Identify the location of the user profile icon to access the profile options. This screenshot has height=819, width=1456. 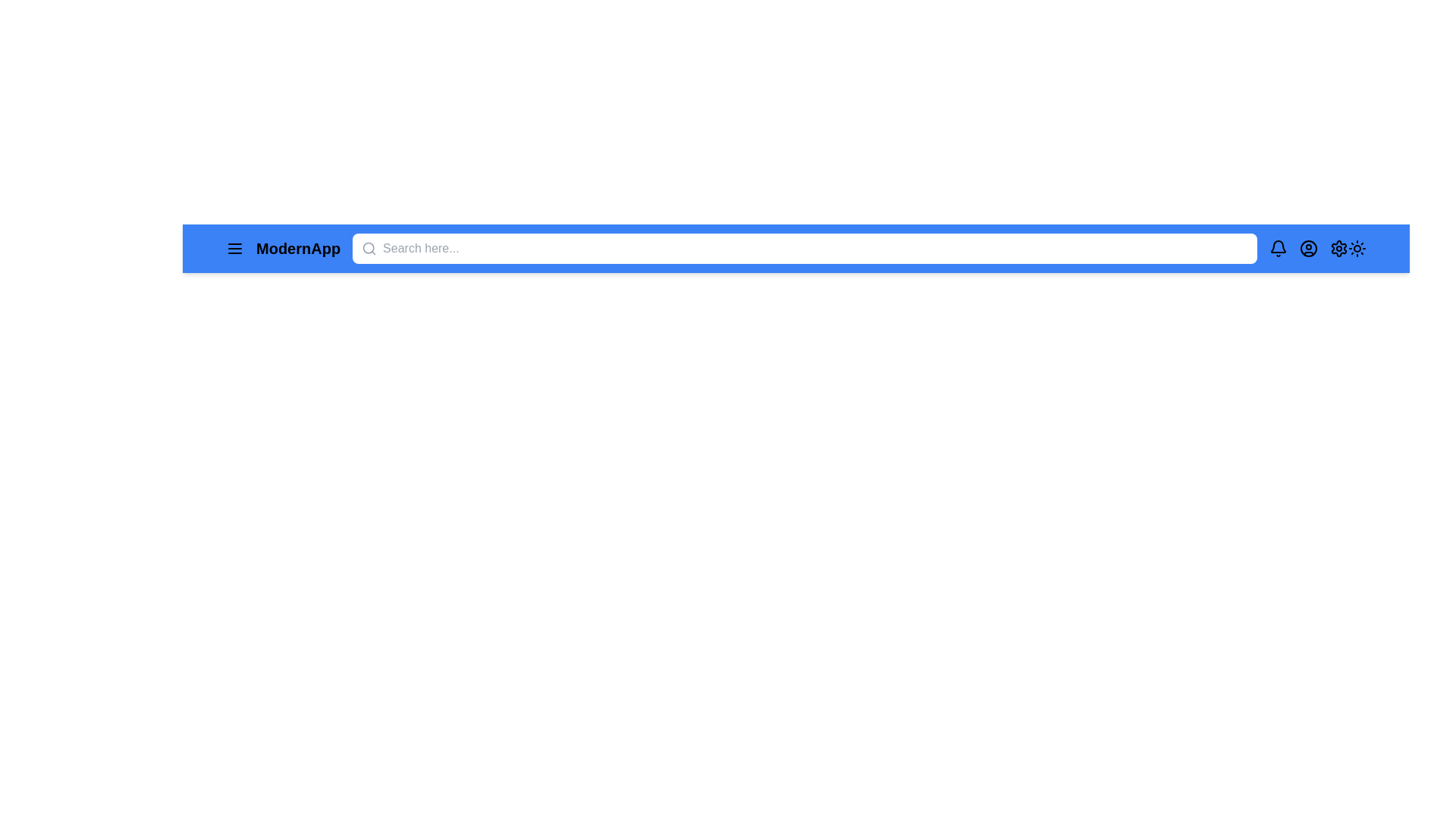
(1308, 247).